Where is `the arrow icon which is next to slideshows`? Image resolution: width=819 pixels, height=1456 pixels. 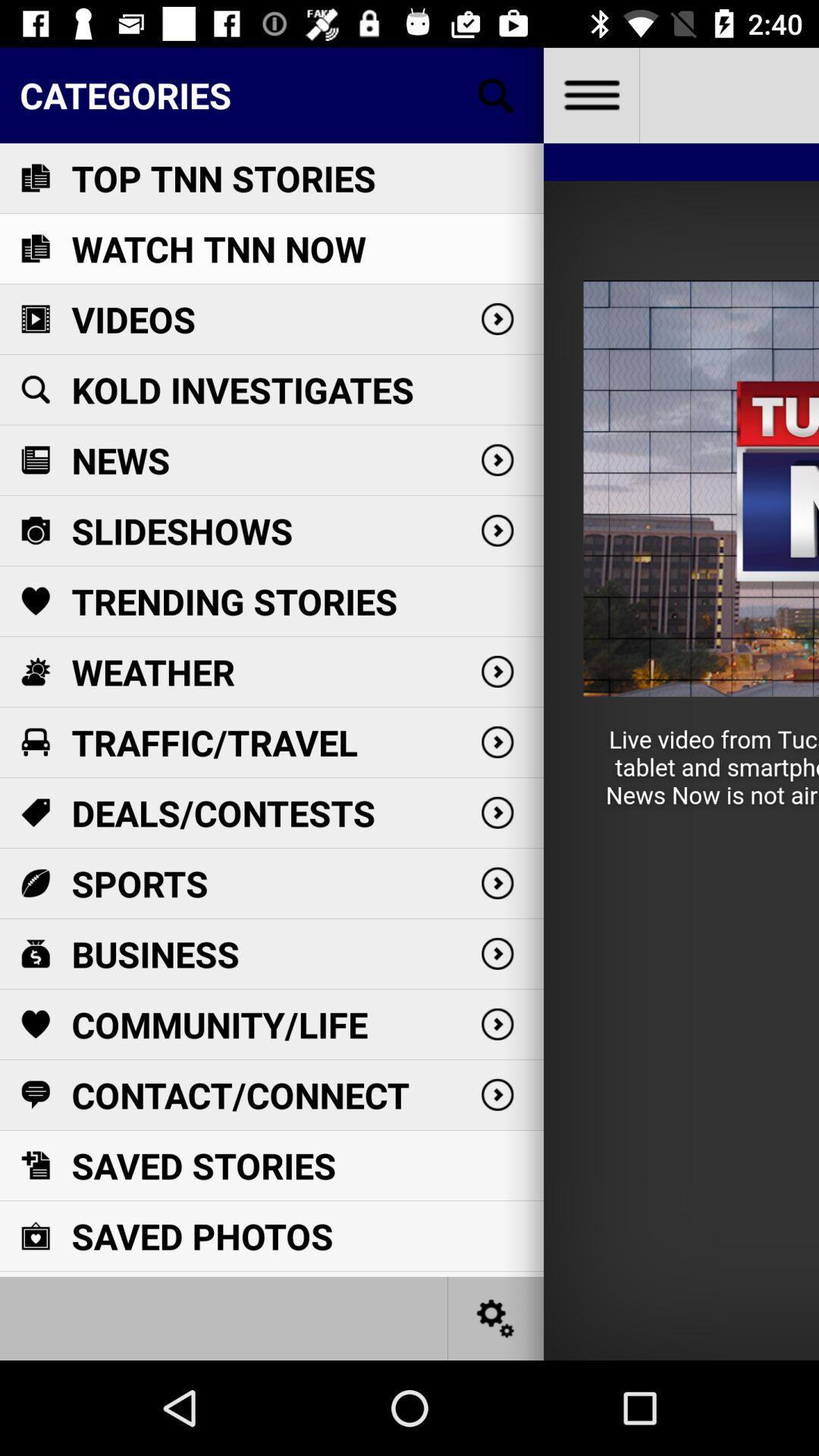
the arrow icon which is next to slideshows is located at coordinates (497, 531).